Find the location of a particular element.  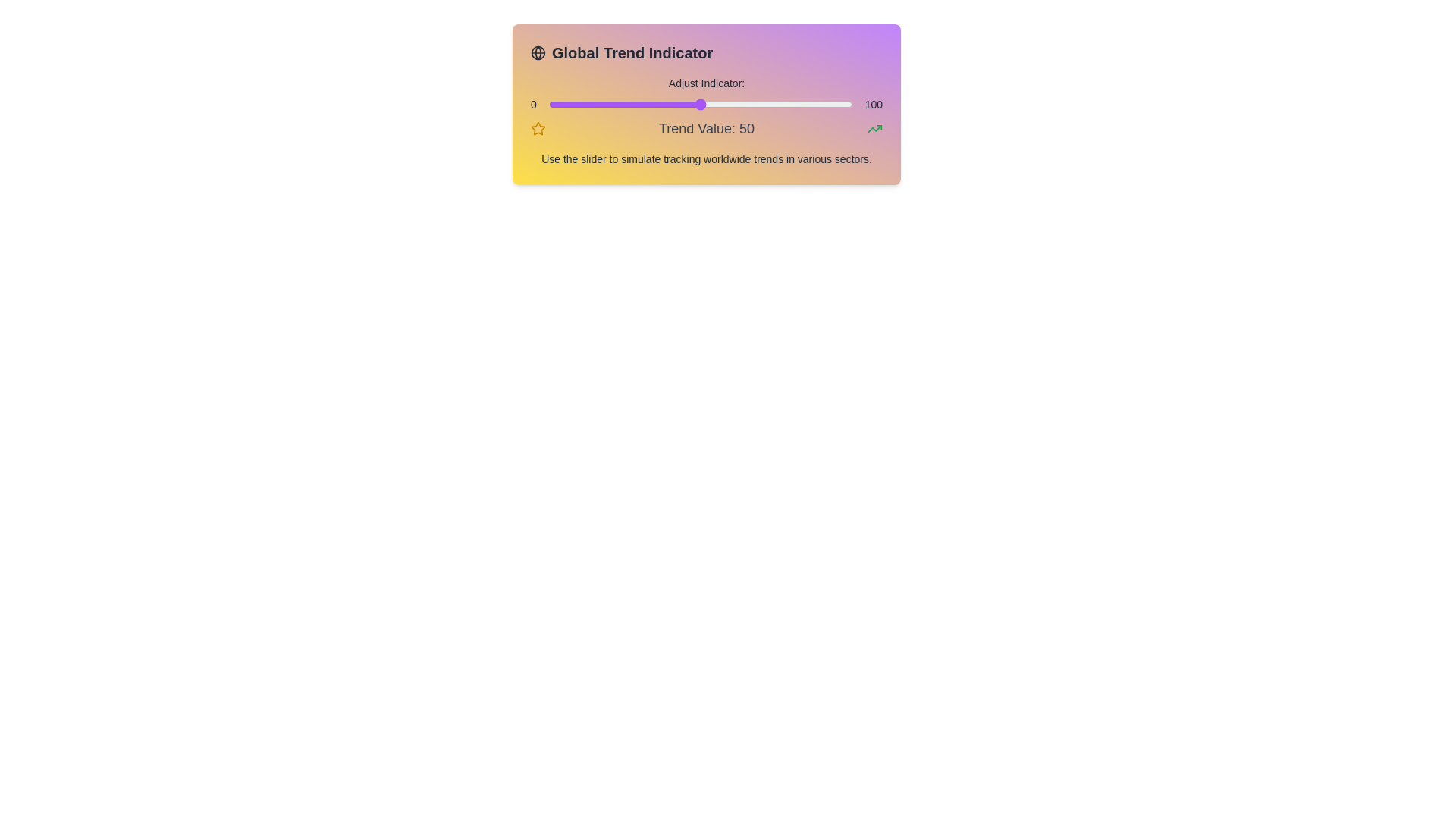

the slider to set the value to 71 is located at coordinates (764, 104).